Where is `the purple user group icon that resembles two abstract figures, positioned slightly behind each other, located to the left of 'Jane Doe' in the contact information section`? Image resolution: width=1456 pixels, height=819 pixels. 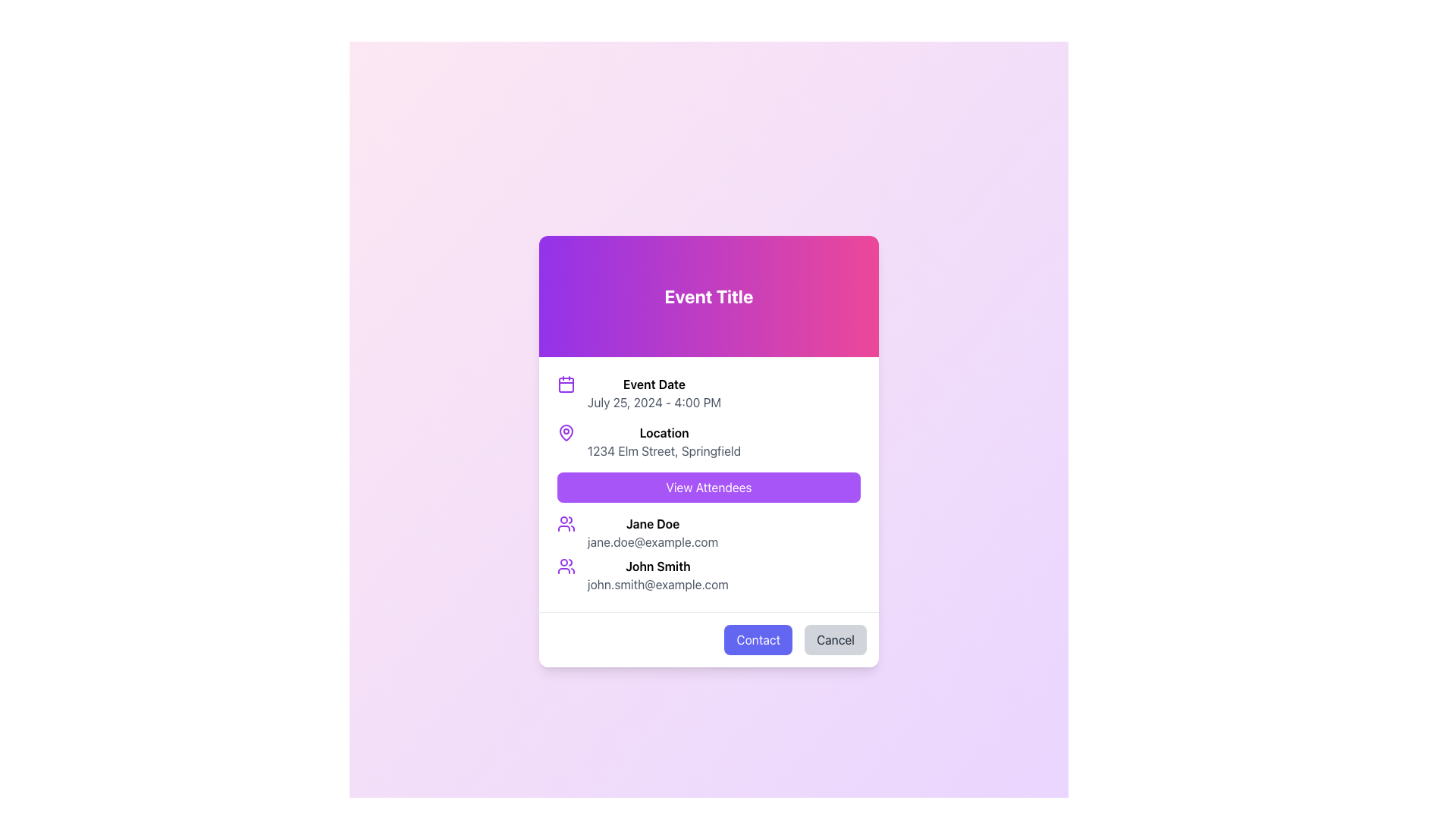
the purple user group icon that resembles two abstract figures, positioned slightly behind each other, located to the left of 'Jane Doe' in the contact information section is located at coordinates (566, 522).